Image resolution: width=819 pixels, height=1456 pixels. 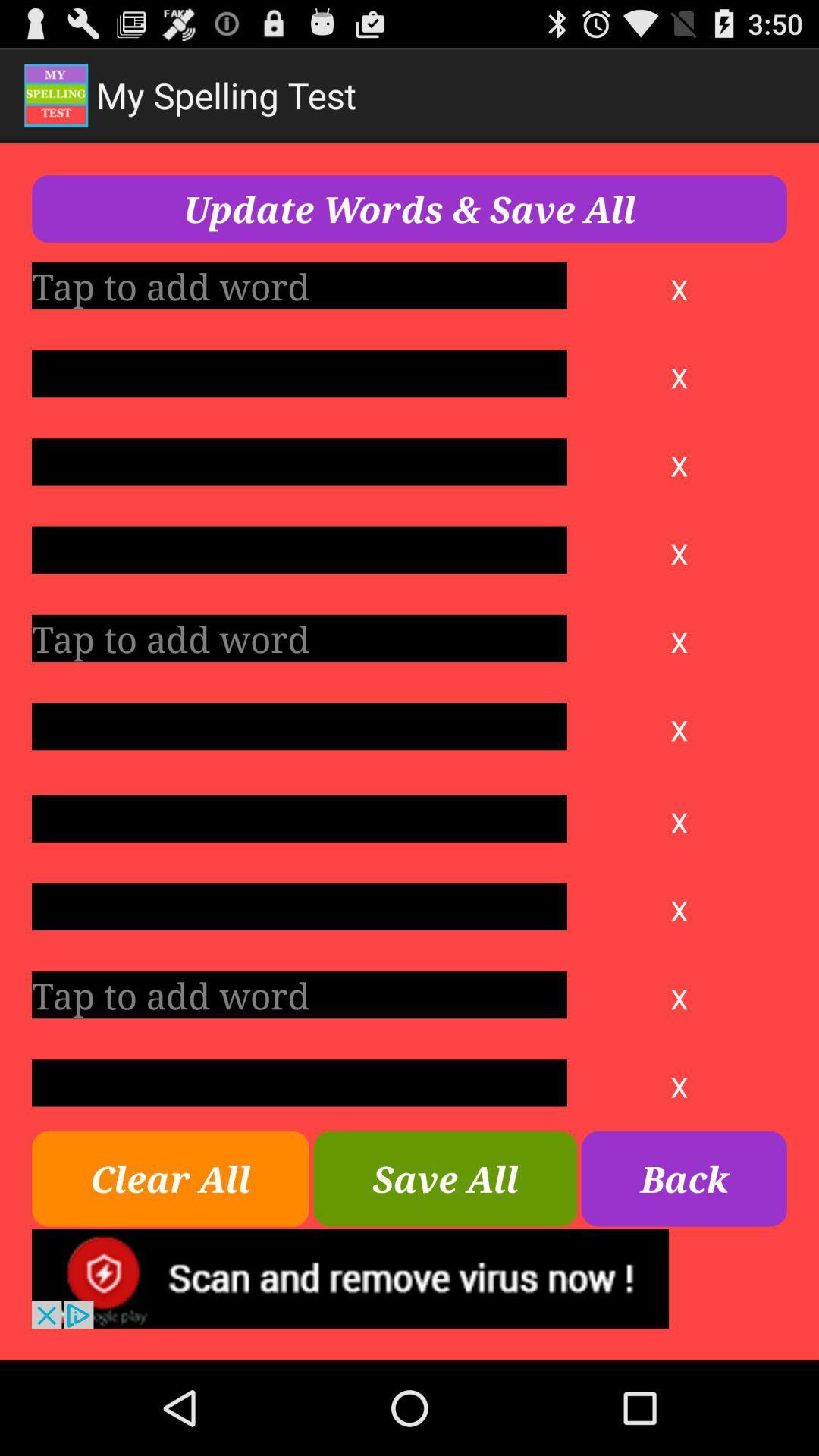 I want to click on play, so click(x=299, y=374).